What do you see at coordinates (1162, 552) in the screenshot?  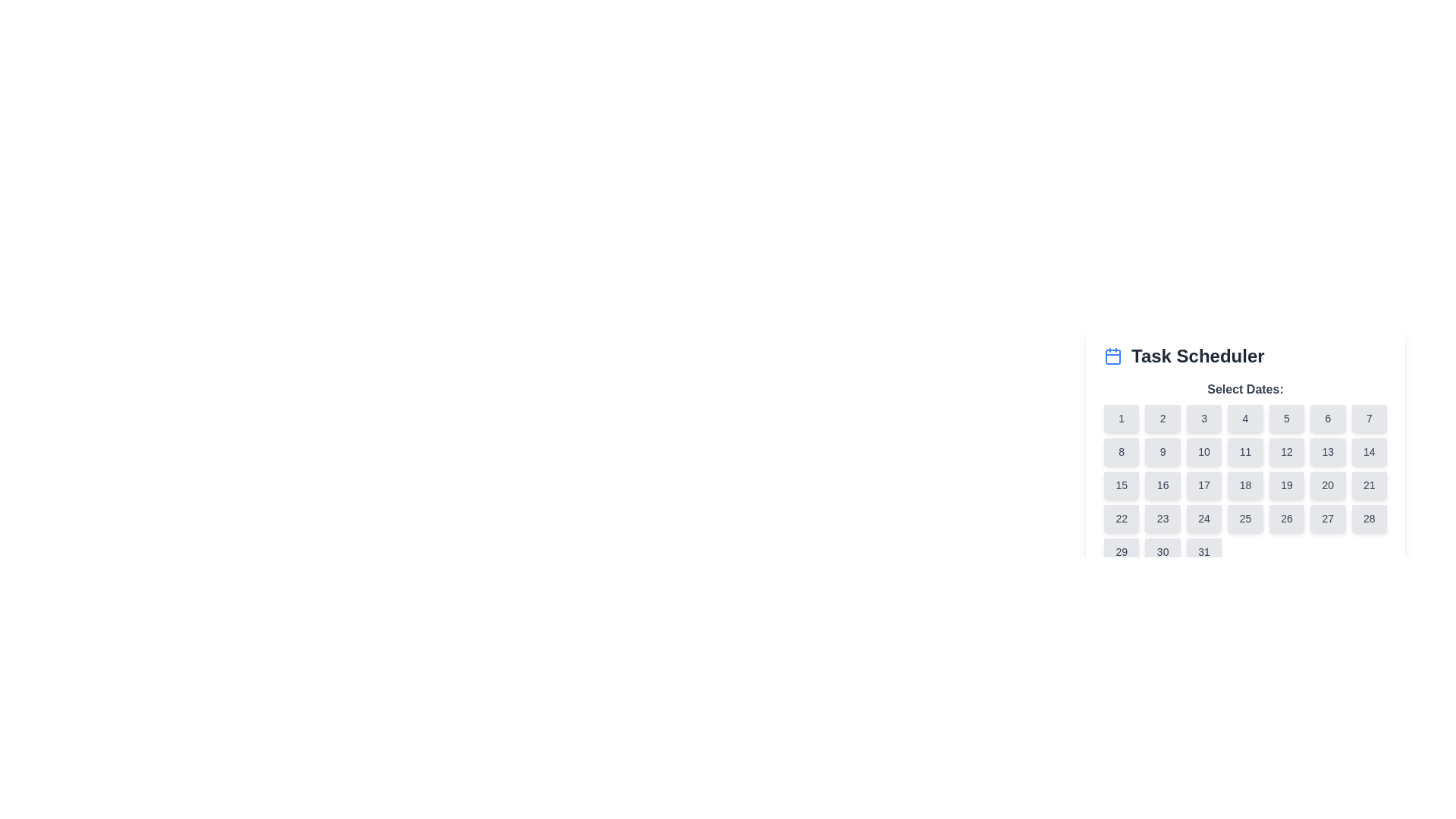 I see `the rectangular button displaying the number '30' in the 'Select Dates' section of the calendar` at bounding box center [1162, 552].